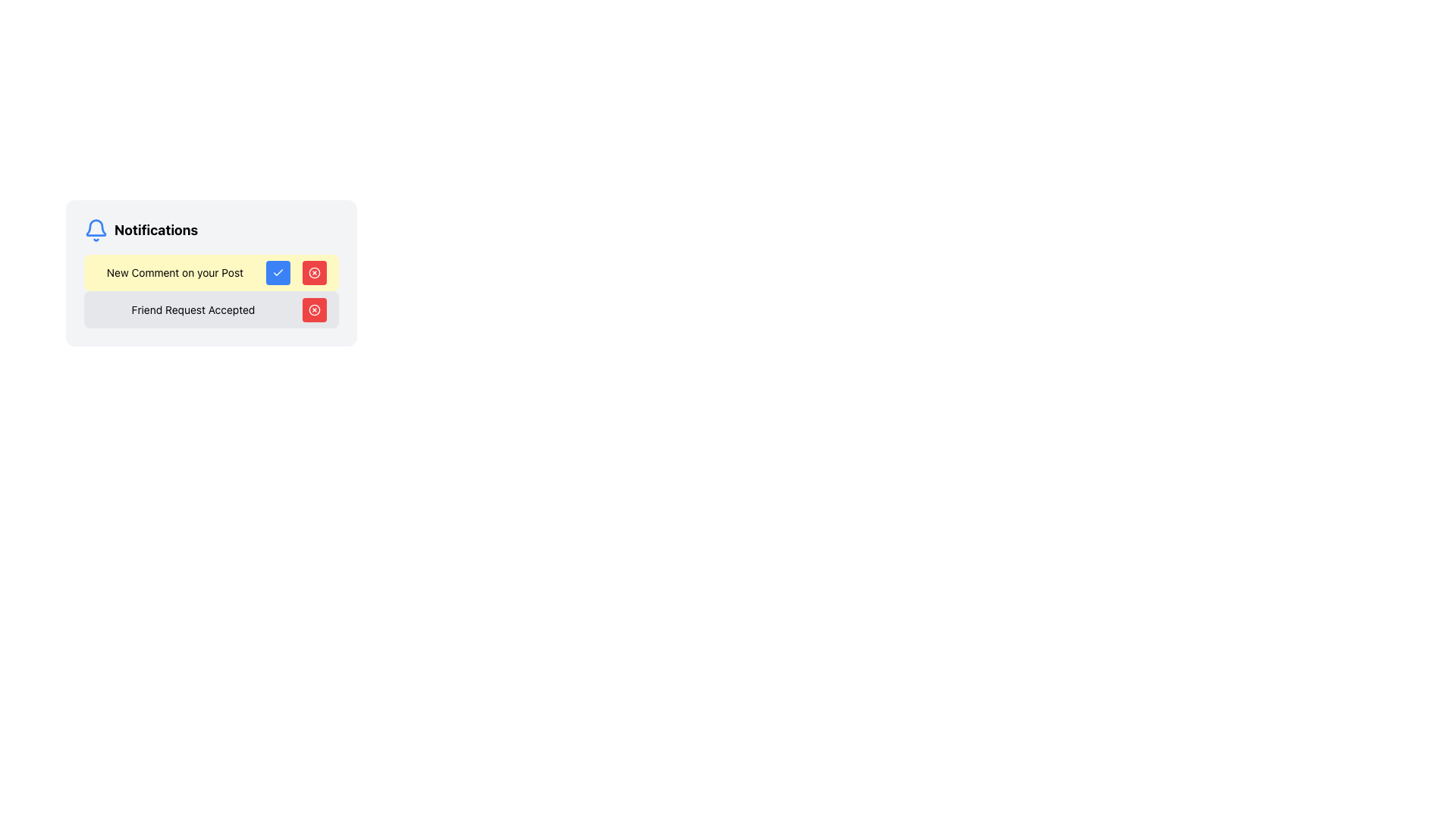 This screenshot has width=1456, height=819. I want to click on bell-shaped notification icon located to the left of the text 'Notifications' for additional information, so click(95, 231).